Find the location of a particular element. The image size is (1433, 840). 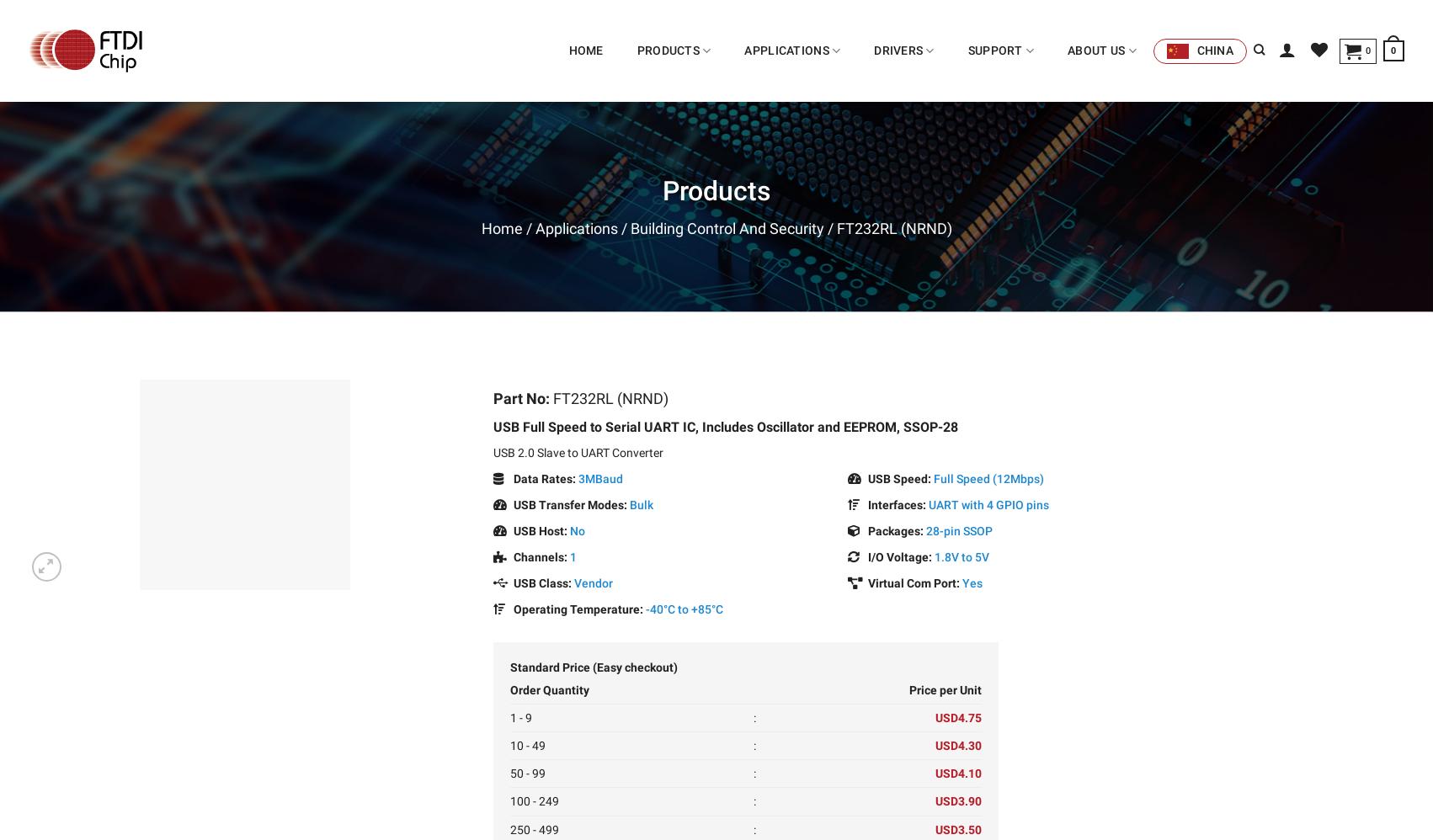

'USB Speed:' is located at coordinates (863, 476).